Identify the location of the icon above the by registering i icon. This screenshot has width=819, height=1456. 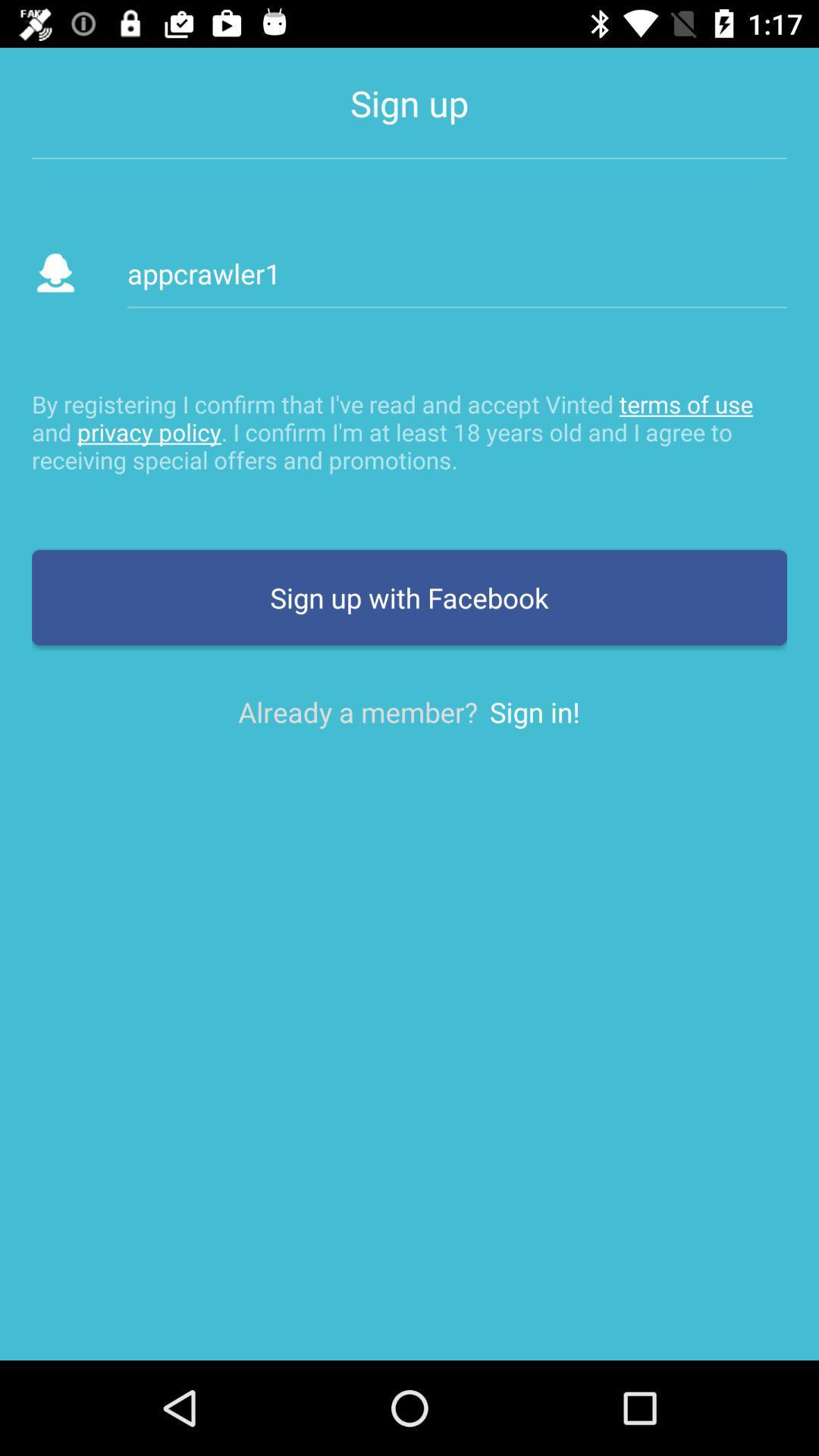
(456, 273).